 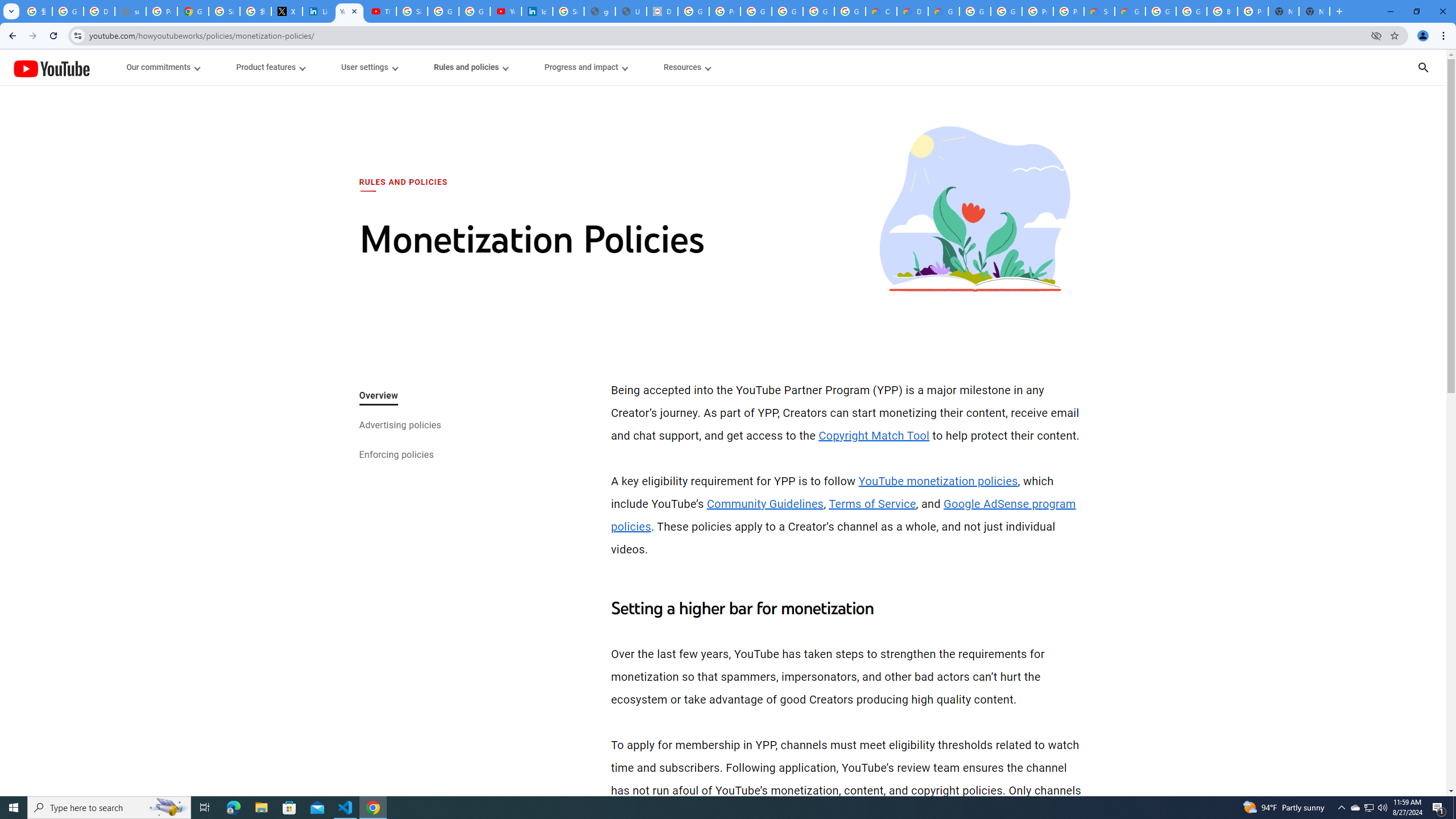 I want to click on 'Enforcing policies', so click(x=396, y=455).